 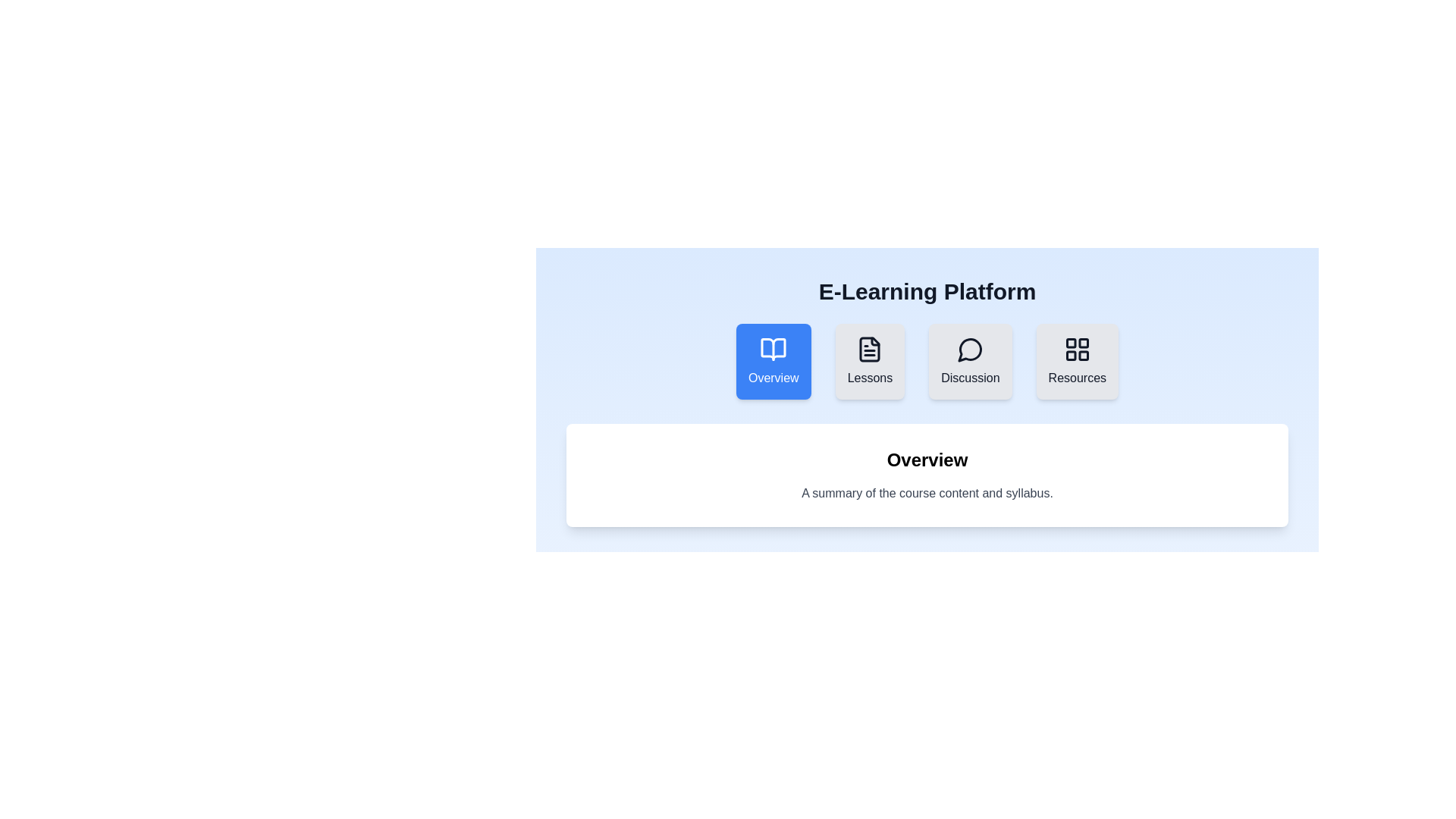 What do you see at coordinates (1076, 362) in the screenshot?
I see `the Resources tab to switch to its content` at bounding box center [1076, 362].